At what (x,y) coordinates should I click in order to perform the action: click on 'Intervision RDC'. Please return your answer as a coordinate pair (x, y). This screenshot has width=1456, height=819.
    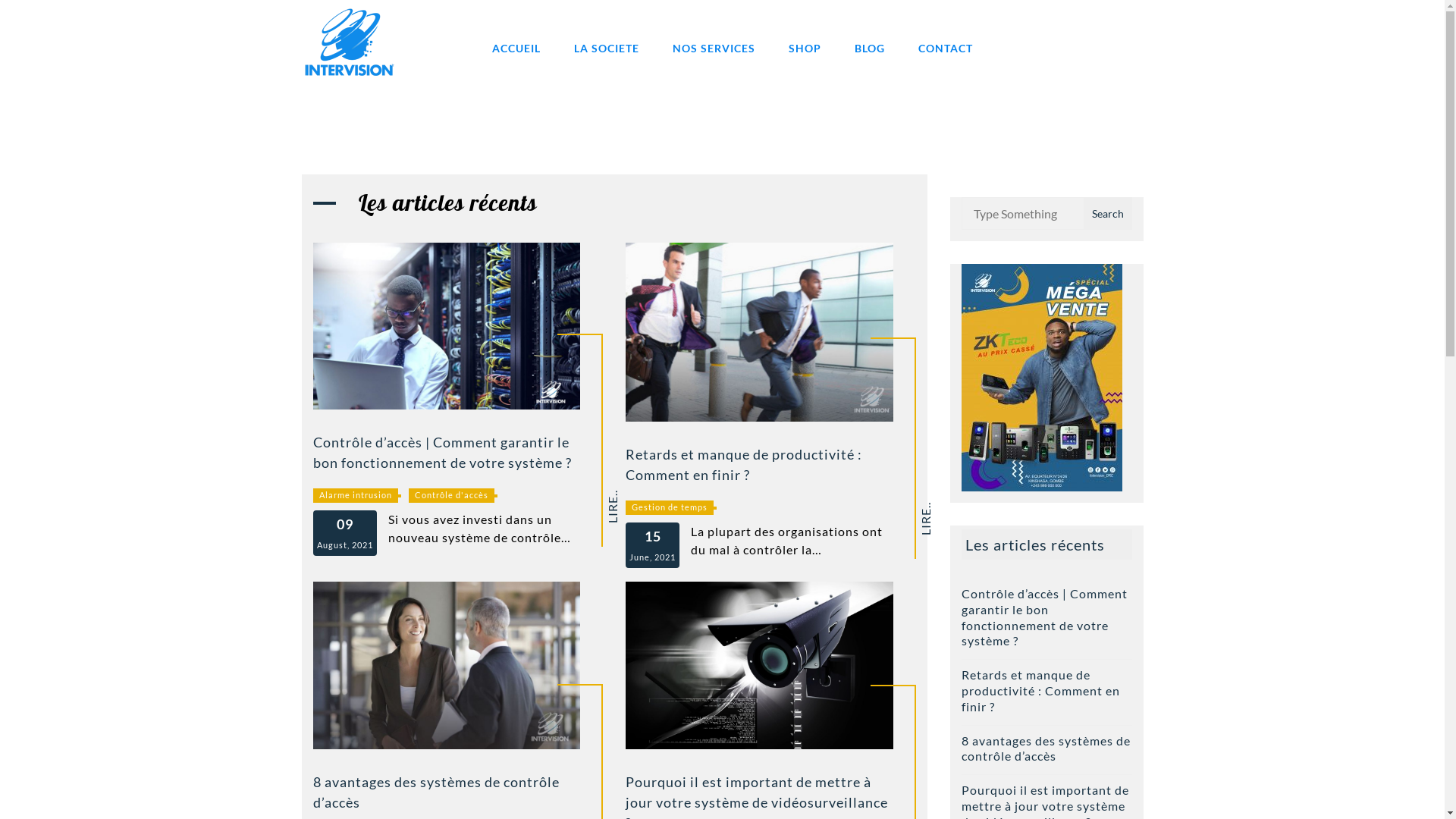
    Looking at the image, I should click on (457, 96).